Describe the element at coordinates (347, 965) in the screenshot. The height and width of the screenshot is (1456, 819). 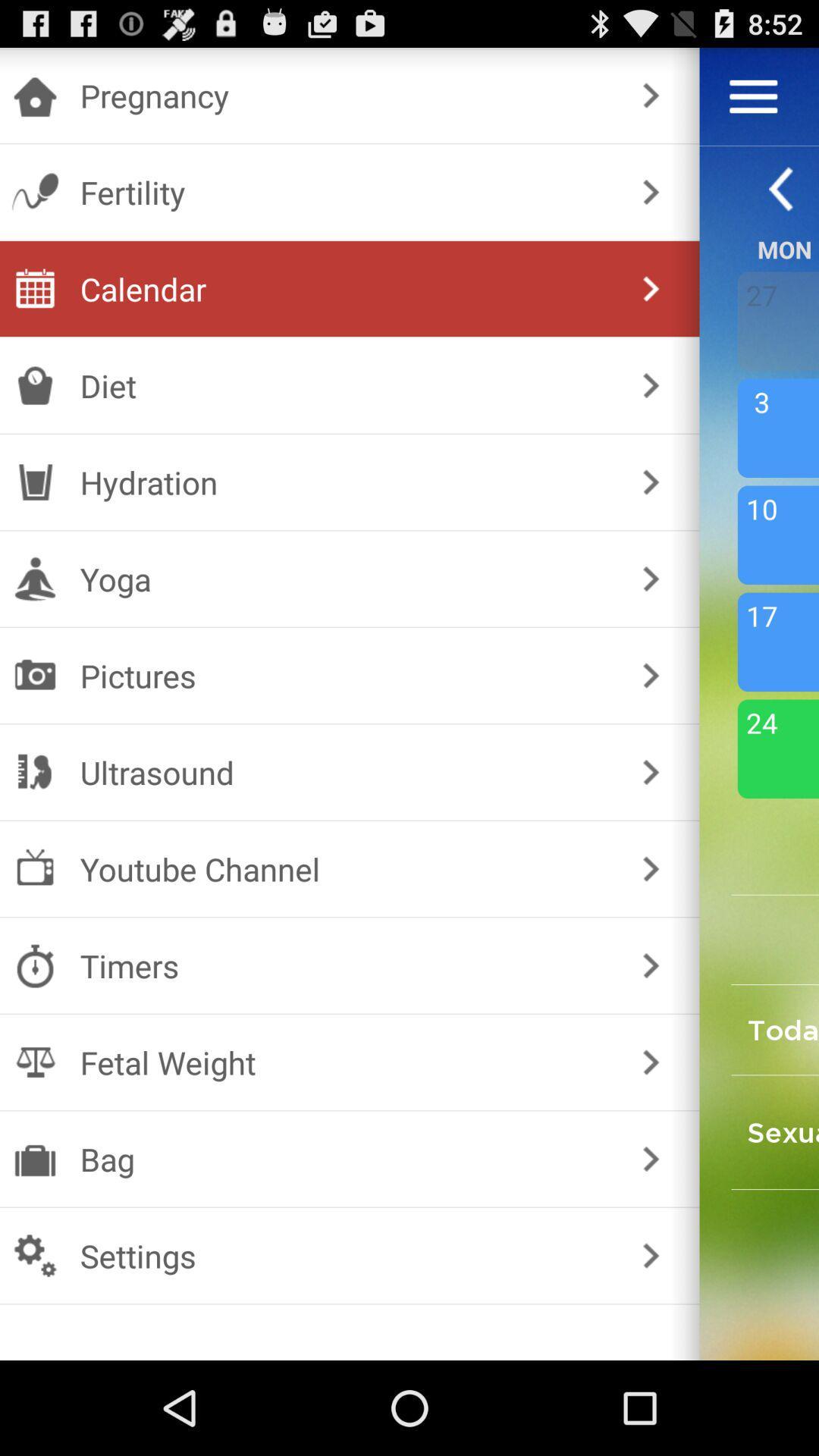
I see `the item above the fetal weight item` at that location.